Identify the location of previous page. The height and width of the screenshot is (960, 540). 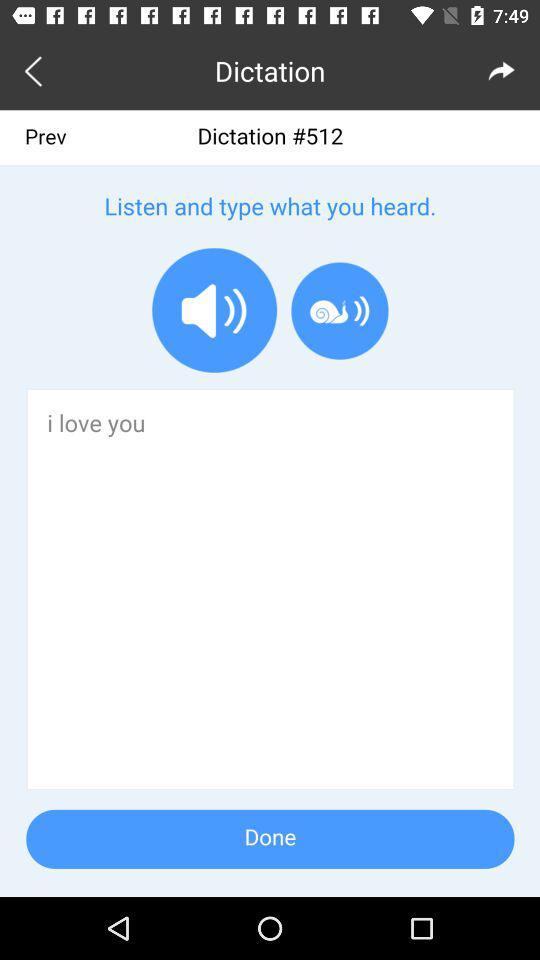
(37, 70).